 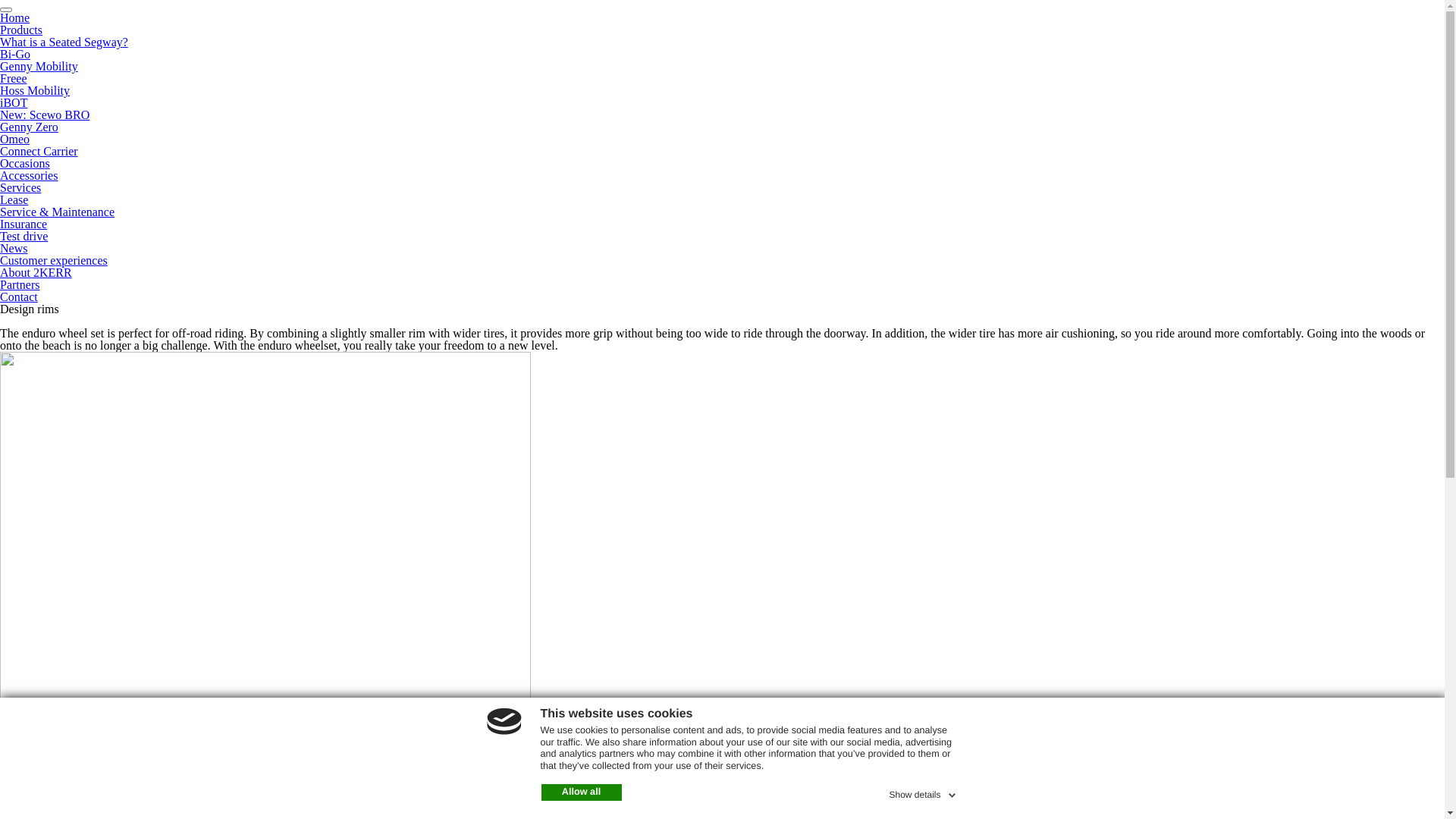 What do you see at coordinates (0, 17) in the screenshot?
I see `'Home'` at bounding box center [0, 17].